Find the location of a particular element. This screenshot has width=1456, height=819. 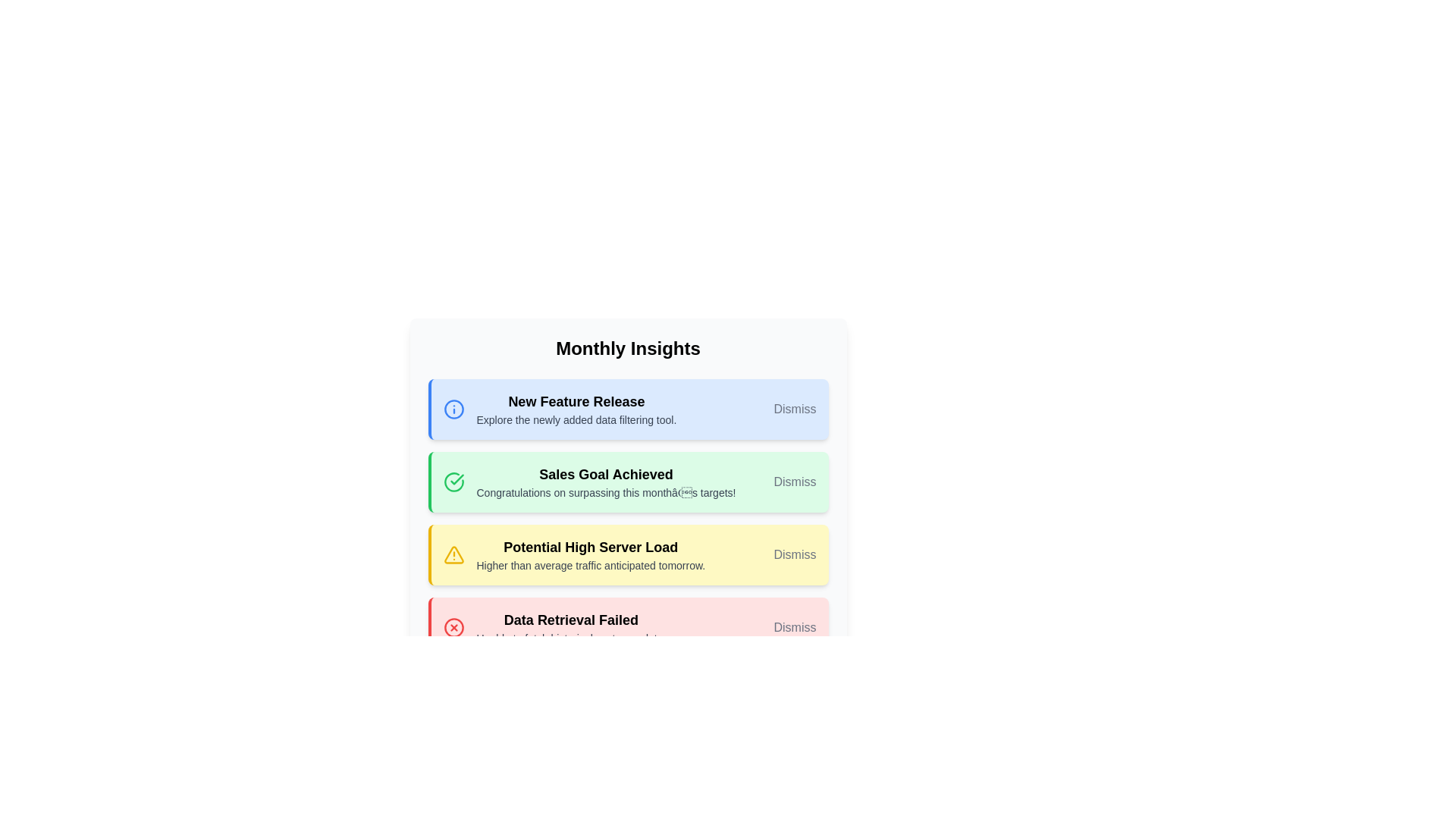

the Text Label that serves as the title of an error notification, located at the top of the fourth horizontal card in the notification panels is located at coordinates (570, 620).